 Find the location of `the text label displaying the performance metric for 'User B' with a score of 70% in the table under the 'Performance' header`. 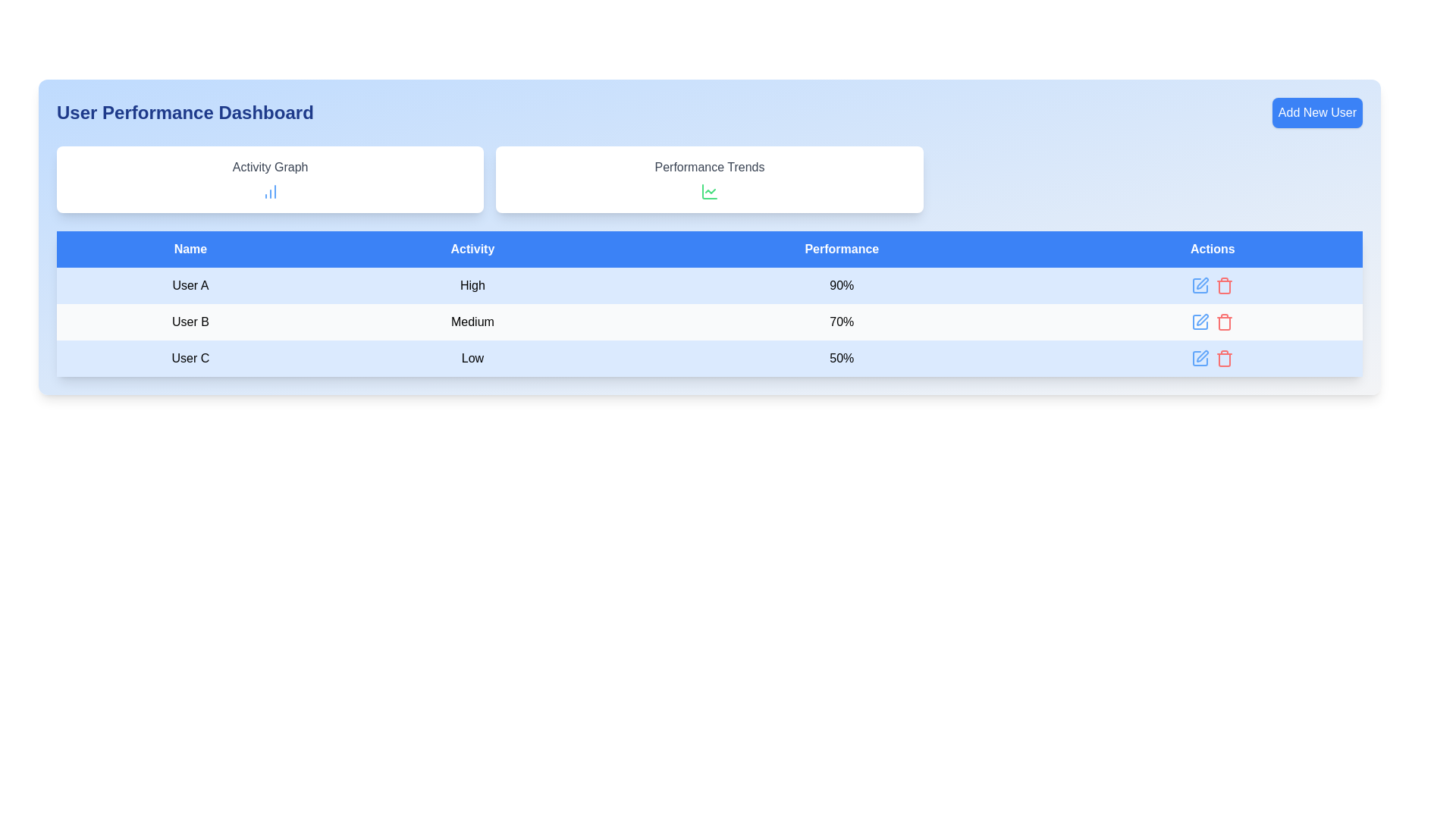

the text label displaying the performance metric for 'User B' with a score of 70% in the table under the 'Performance' header is located at coordinates (841, 321).